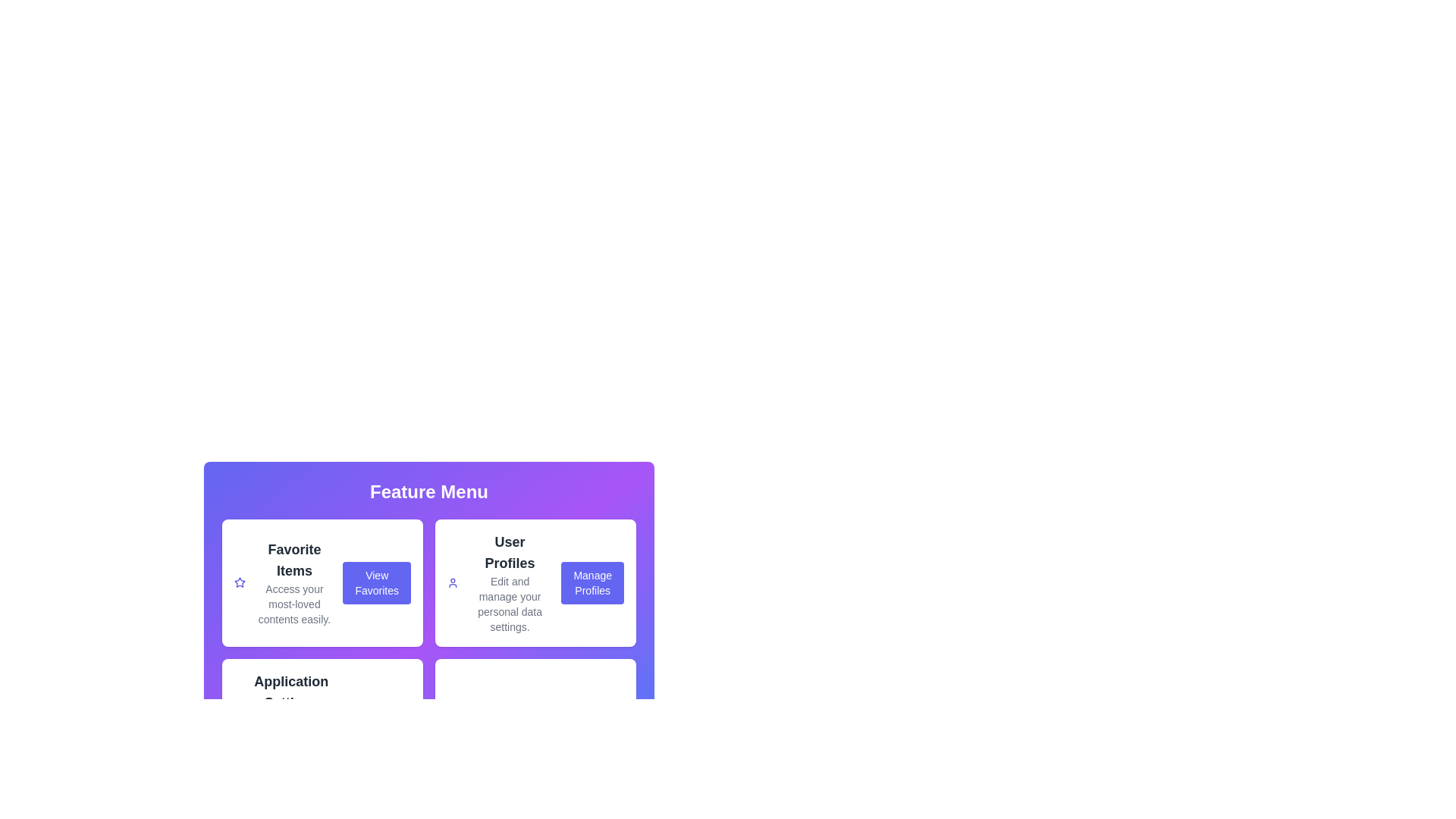 The image size is (1456, 819). Describe the element at coordinates (452, 582) in the screenshot. I see `the icon corresponding to User Profiles` at that location.